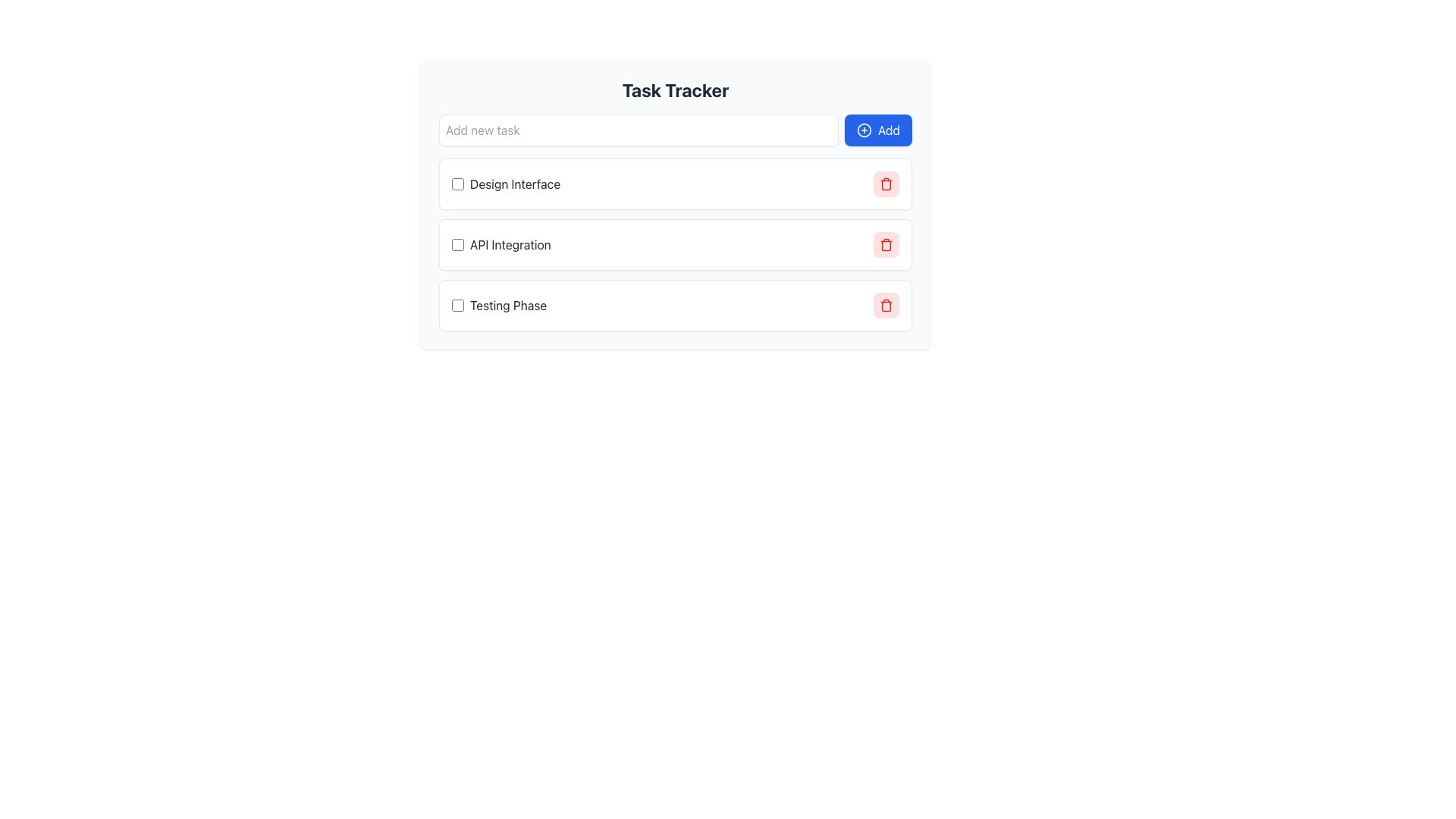 This screenshot has width=1456, height=819. I want to click on the small rectangular button with a red background and trash bin icon, so click(886, 305).